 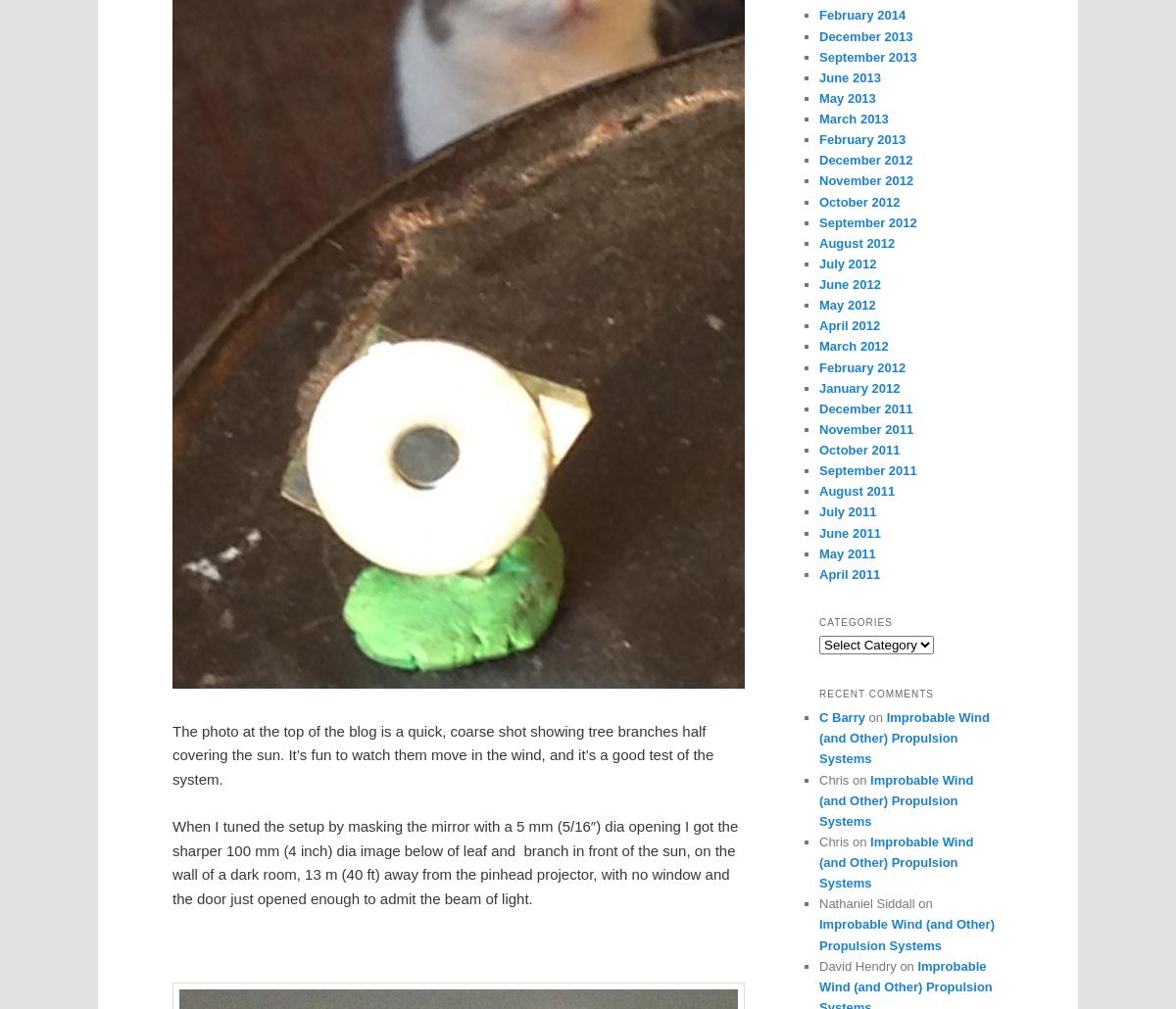 What do you see at coordinates (866, 56) in the screenshot?
I see `'September 2013'` at bounding box center [866, 56].